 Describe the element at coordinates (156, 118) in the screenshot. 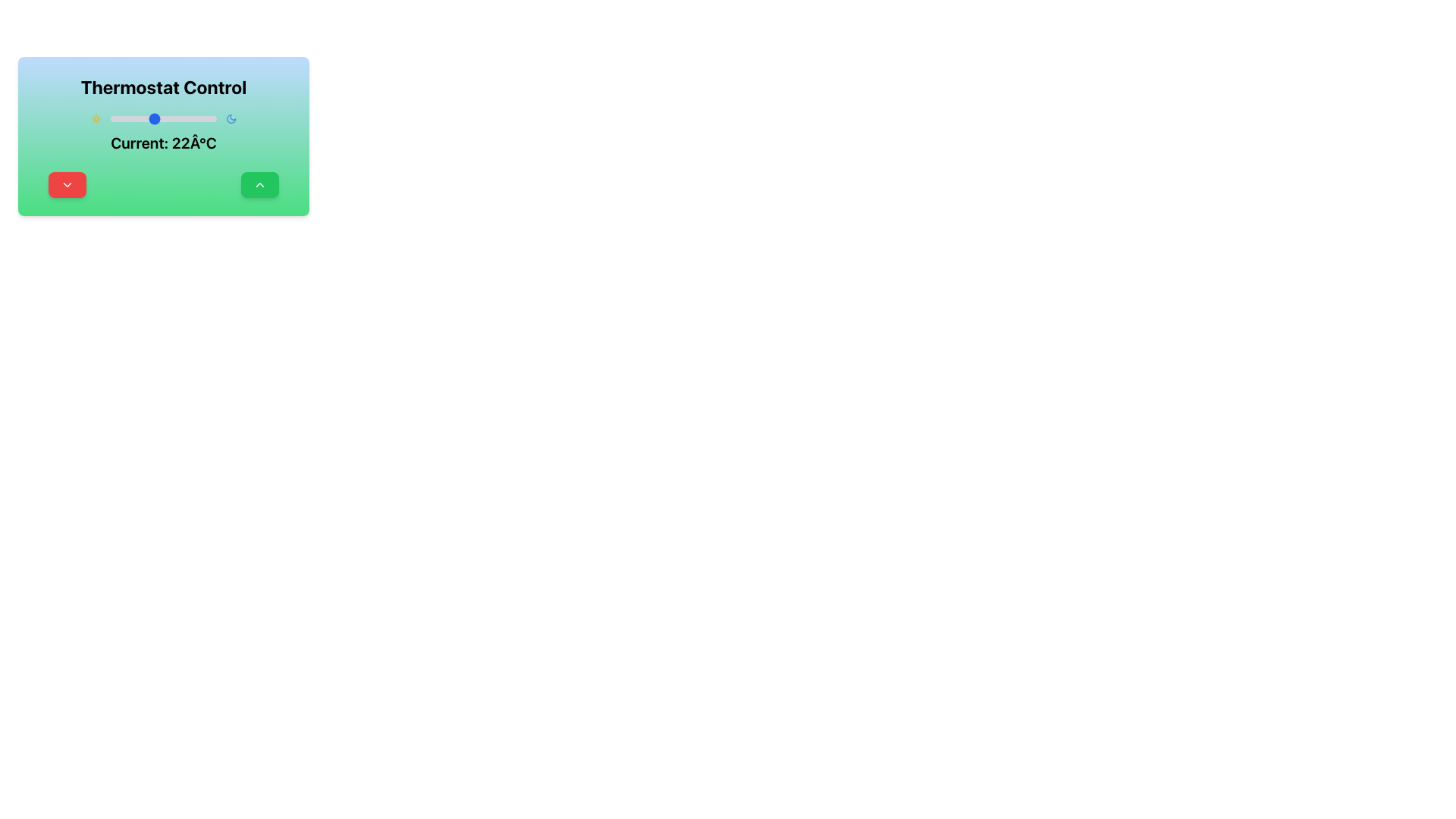

I see `thermostat temperature` at that location.